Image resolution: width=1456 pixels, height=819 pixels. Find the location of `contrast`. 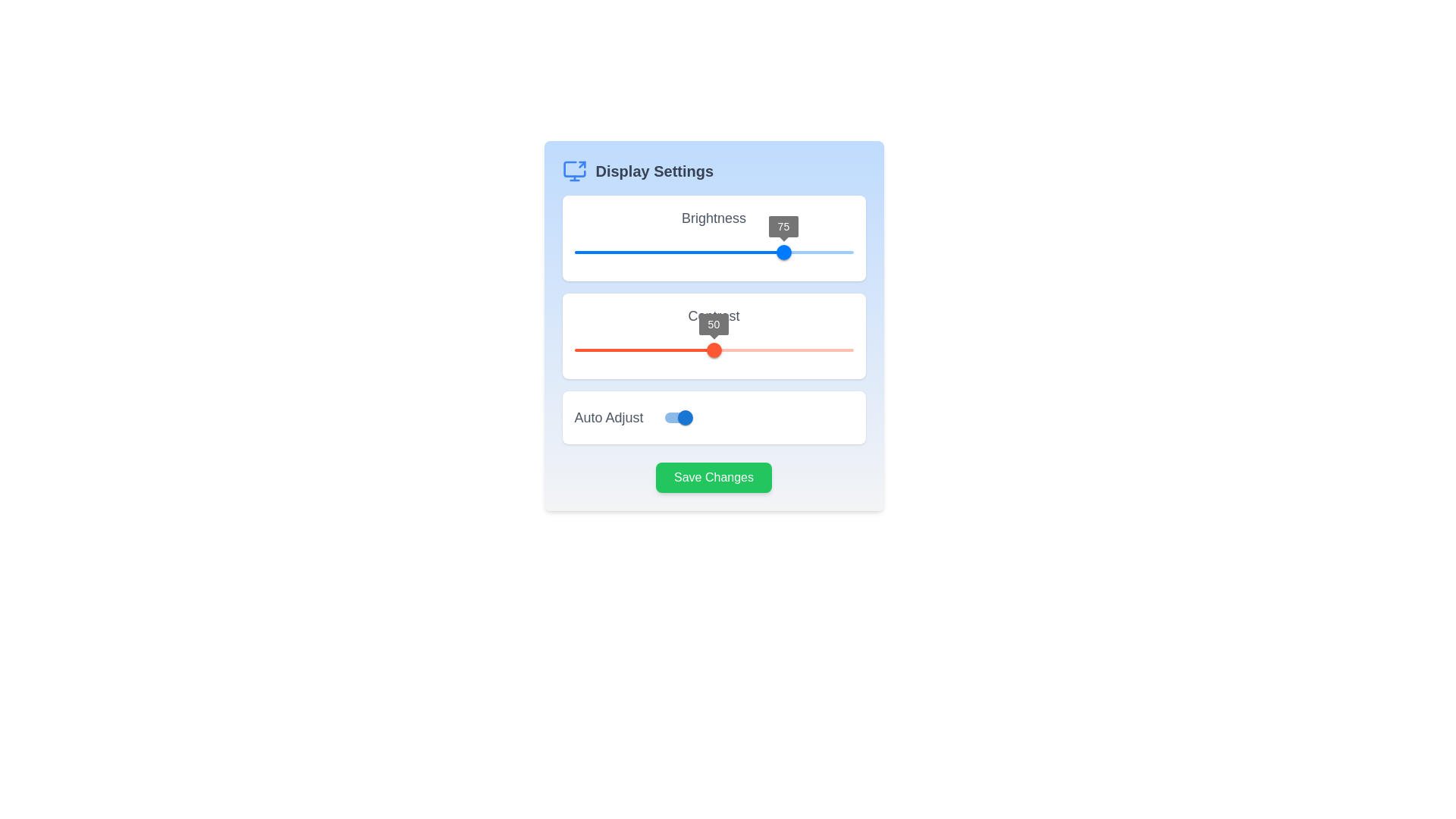

contrast is located at coordinates (724, 350).